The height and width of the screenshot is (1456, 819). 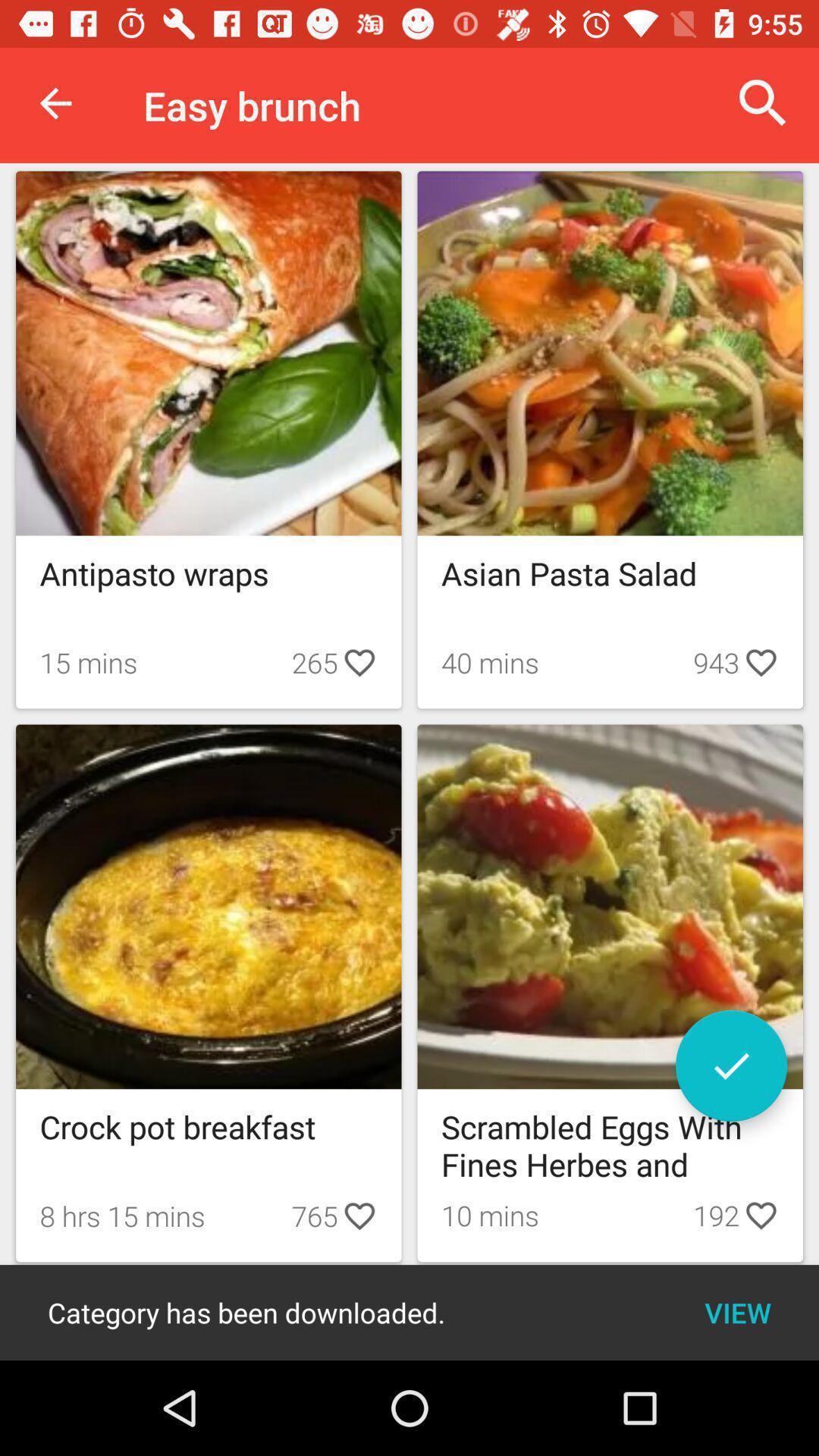 What do you see at coordinates (55, 102) in the screenshot?
I see `the item to the left of easy brunch icon` at bounding box center [55, 102].